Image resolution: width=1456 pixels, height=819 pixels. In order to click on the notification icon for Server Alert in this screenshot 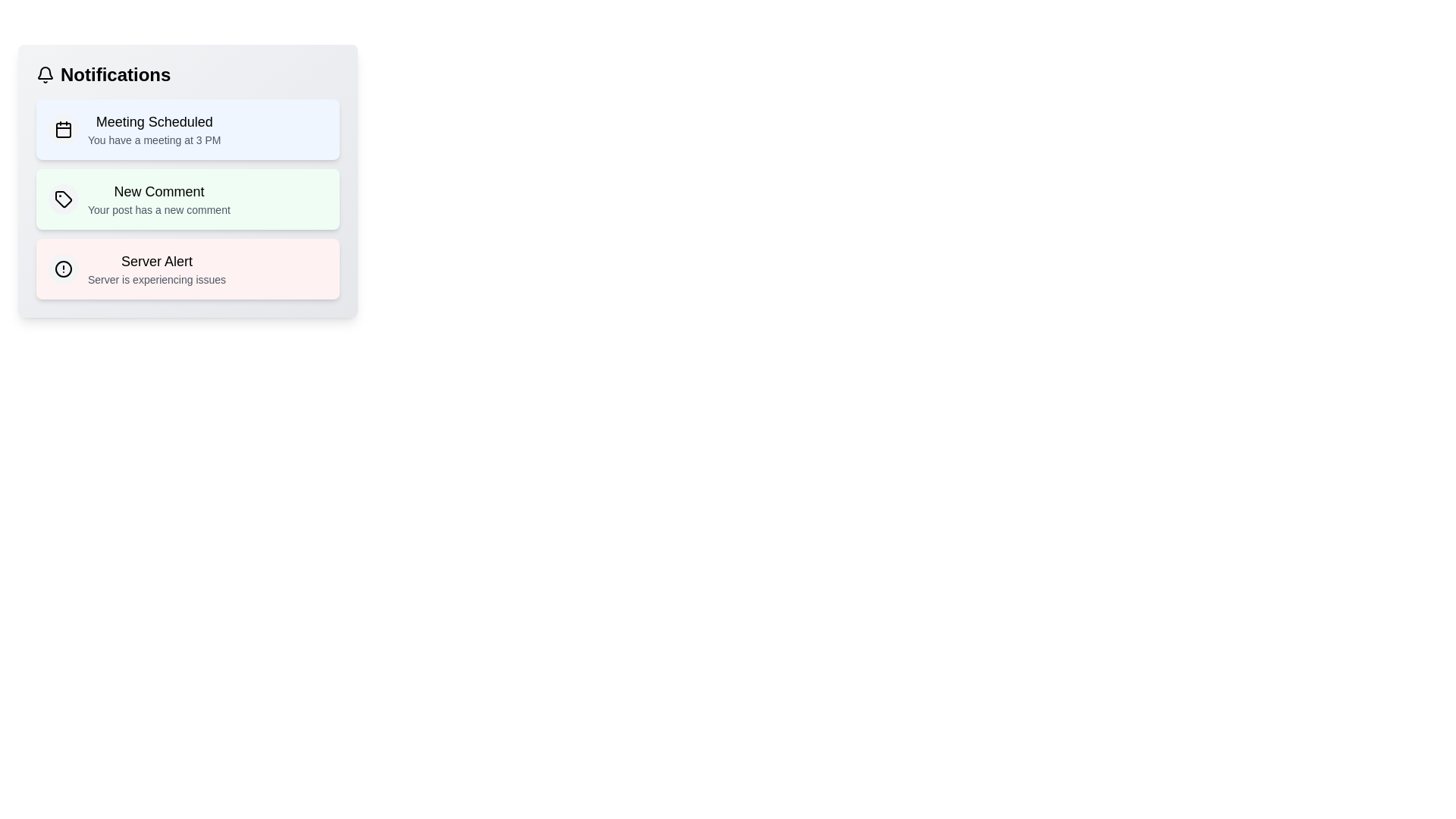, I will do `click(62, 268)`.